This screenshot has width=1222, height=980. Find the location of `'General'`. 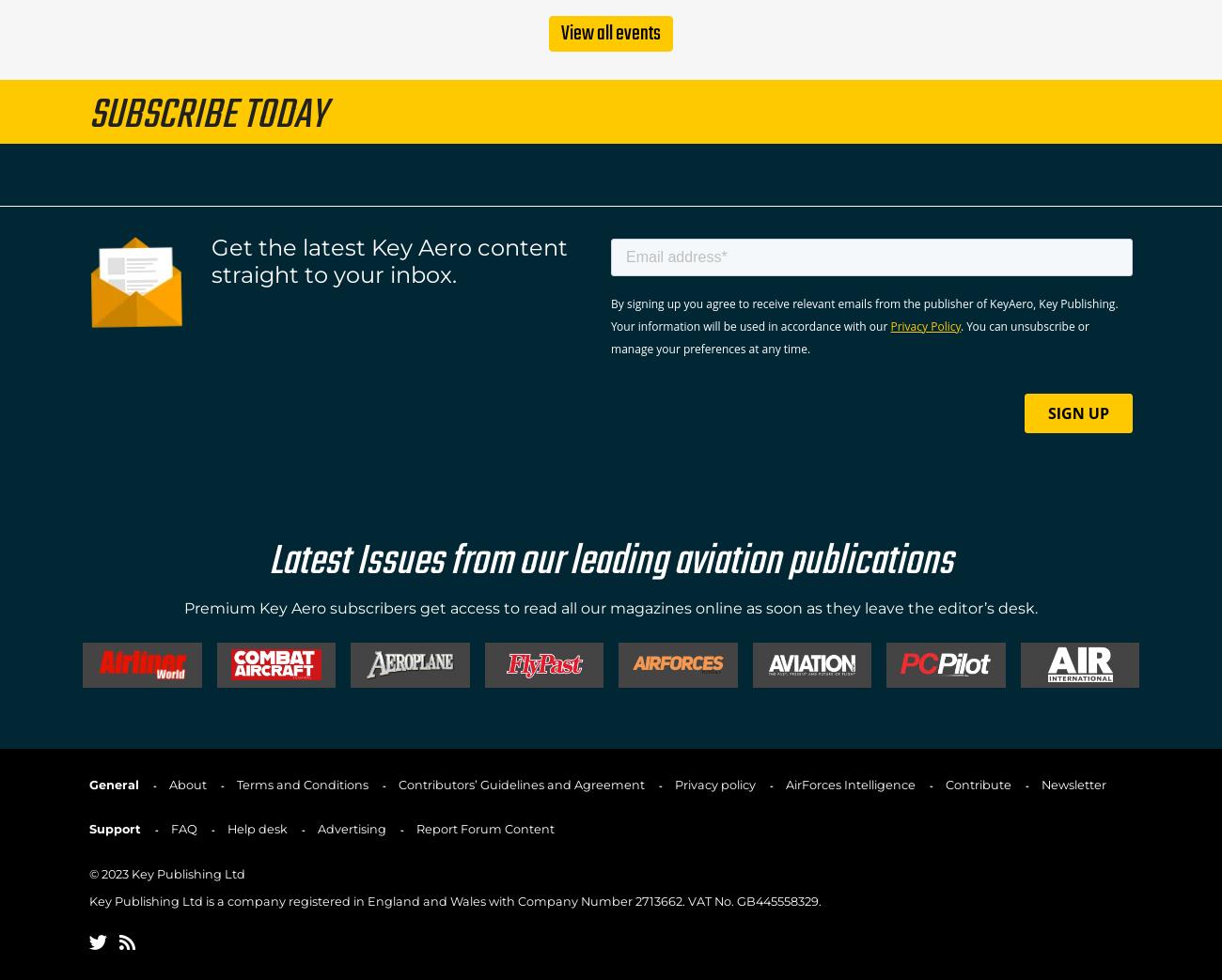

'General' is located at coordinates (113, 784).